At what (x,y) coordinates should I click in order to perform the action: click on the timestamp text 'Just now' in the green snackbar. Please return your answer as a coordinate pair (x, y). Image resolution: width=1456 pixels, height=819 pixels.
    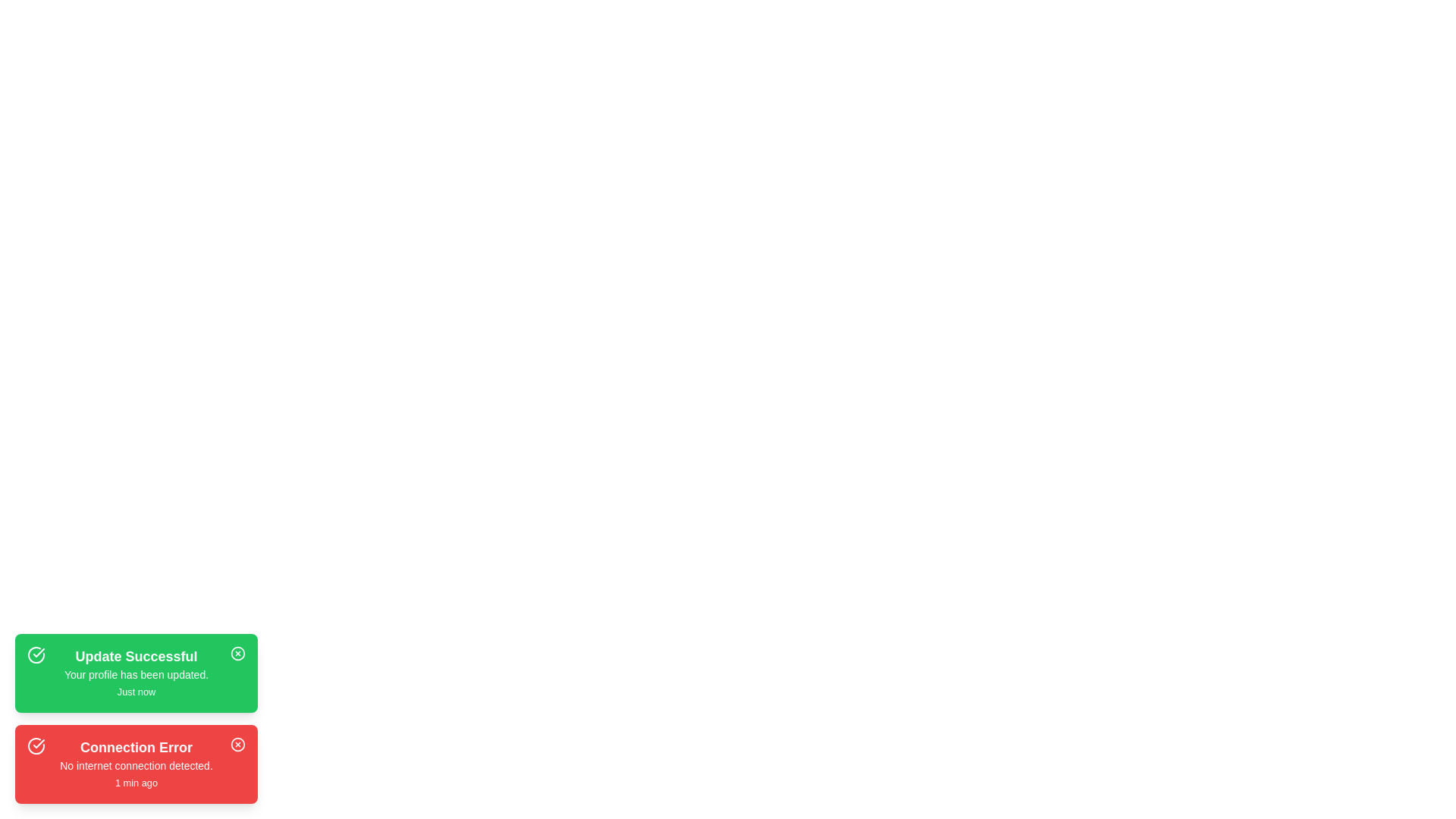
    Looking at the image, I should click on (136, 692).